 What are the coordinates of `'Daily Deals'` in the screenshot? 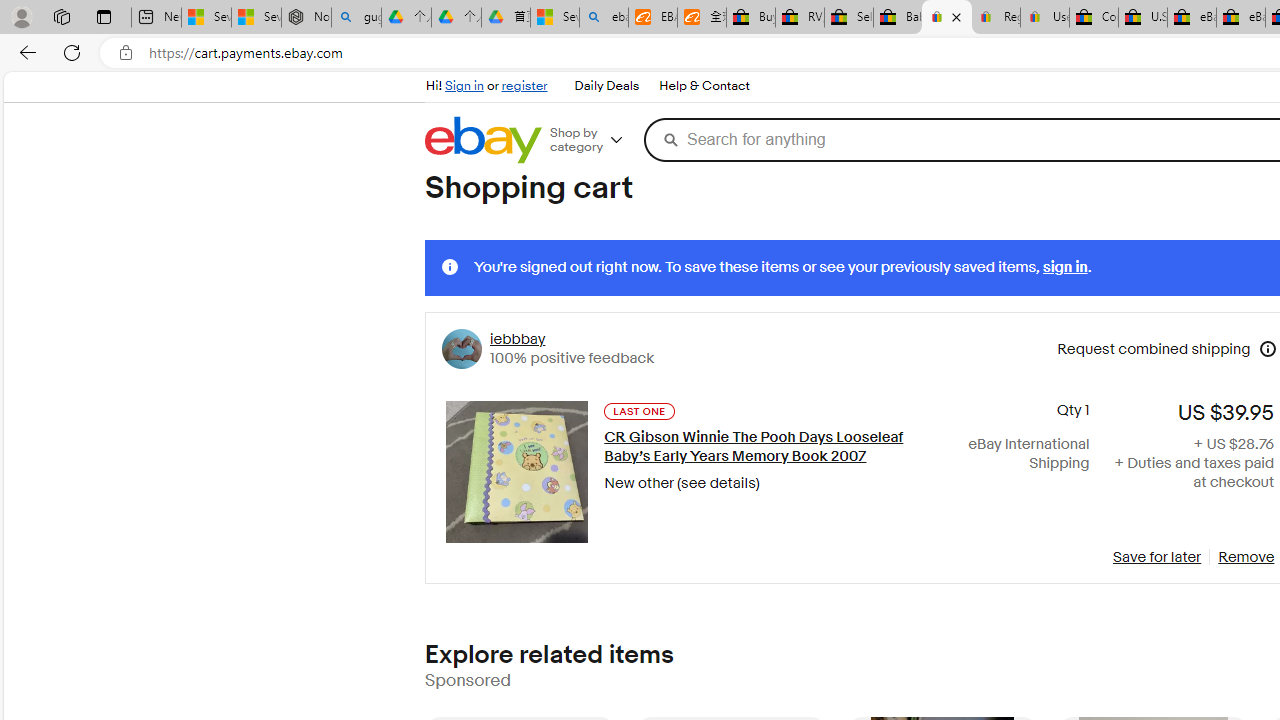 It's located at (605, 86).